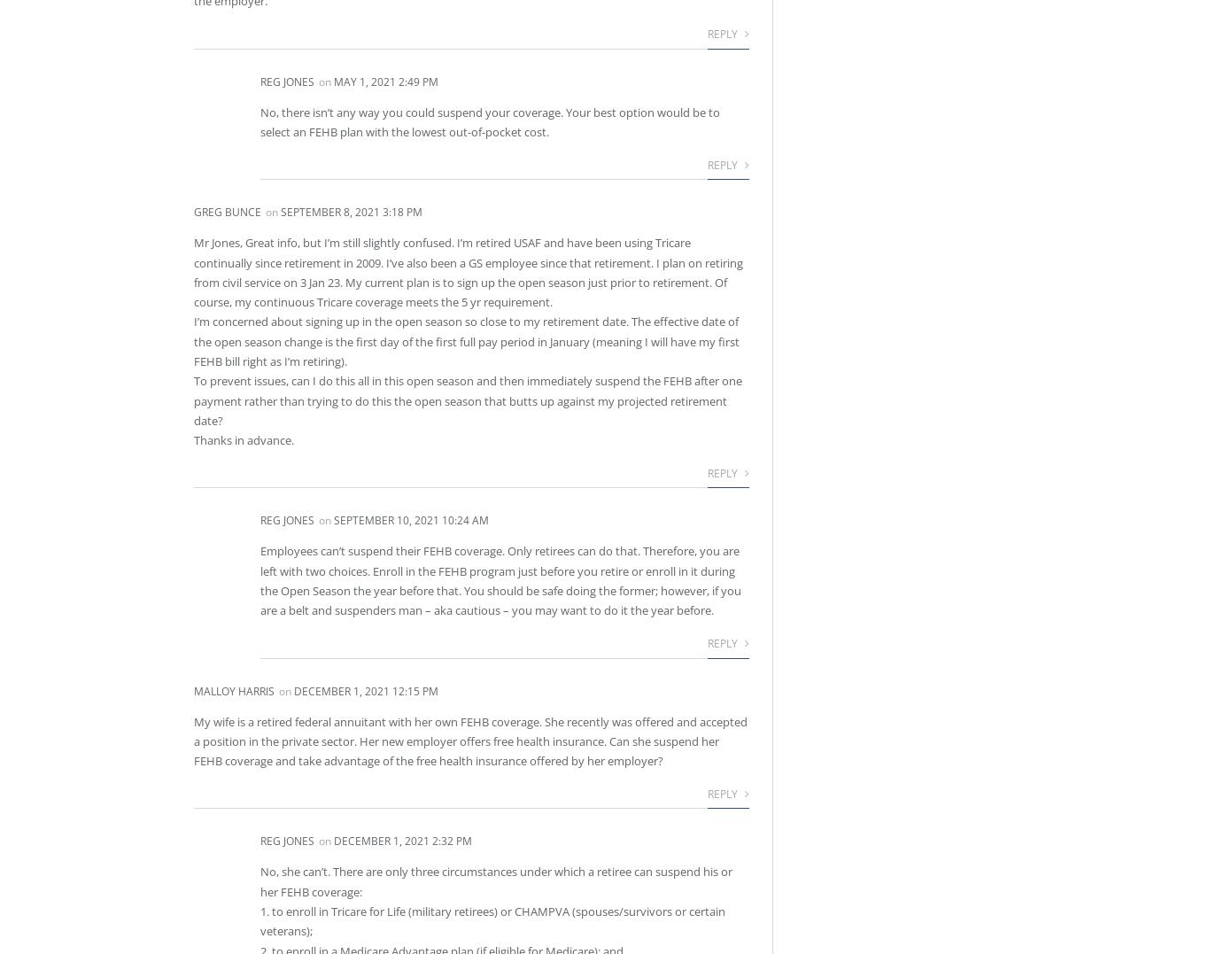 The image size is (1232, 954). What do you see at coordinates (495, 880) in the screenshot?
I see `'No, she can’t. There are only three circumstances under which a retiree can suspend his or her FEHB coverage:'` at bounding box center [495, 880].